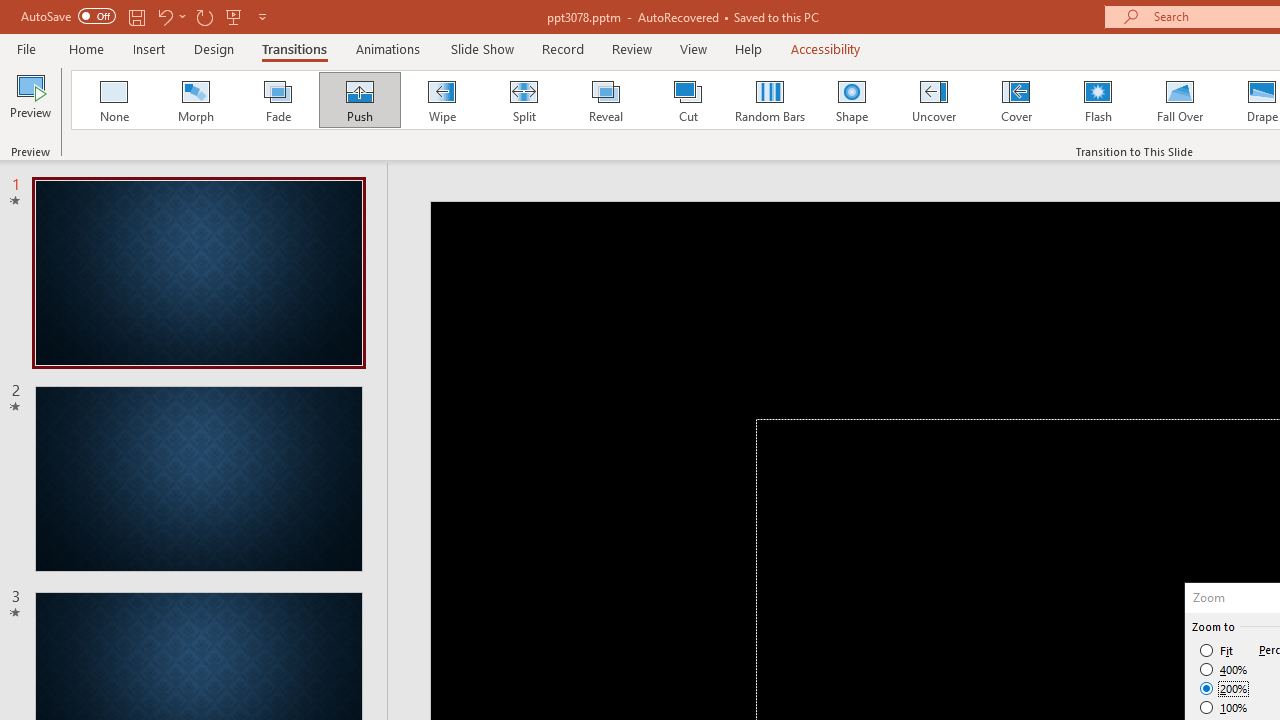 The image size is (1280, 720). What do you see at coordinates (523, 100) in the screenshot?
I see `'Split'` at bounding box center [523, 100].